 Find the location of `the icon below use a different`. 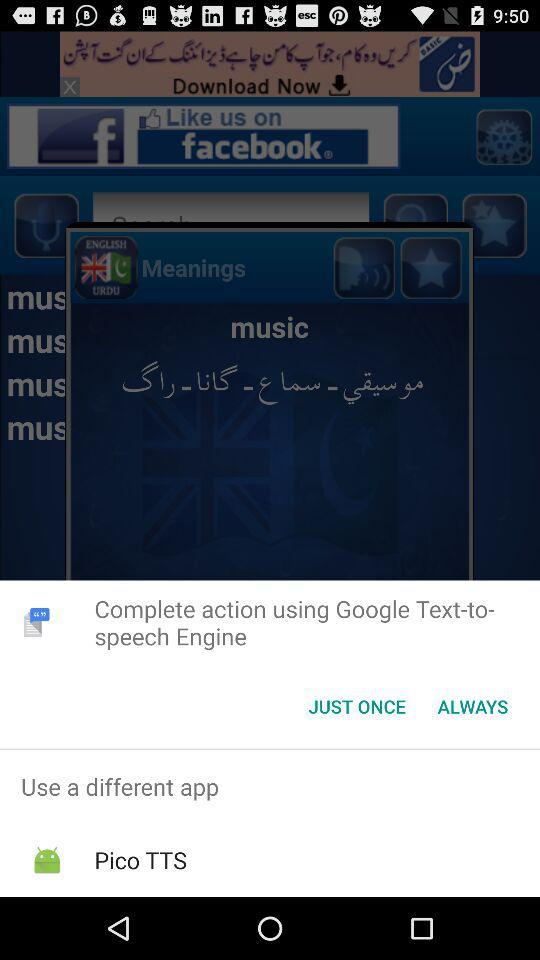

the icon below use a different is located at coordinates (139, 859).